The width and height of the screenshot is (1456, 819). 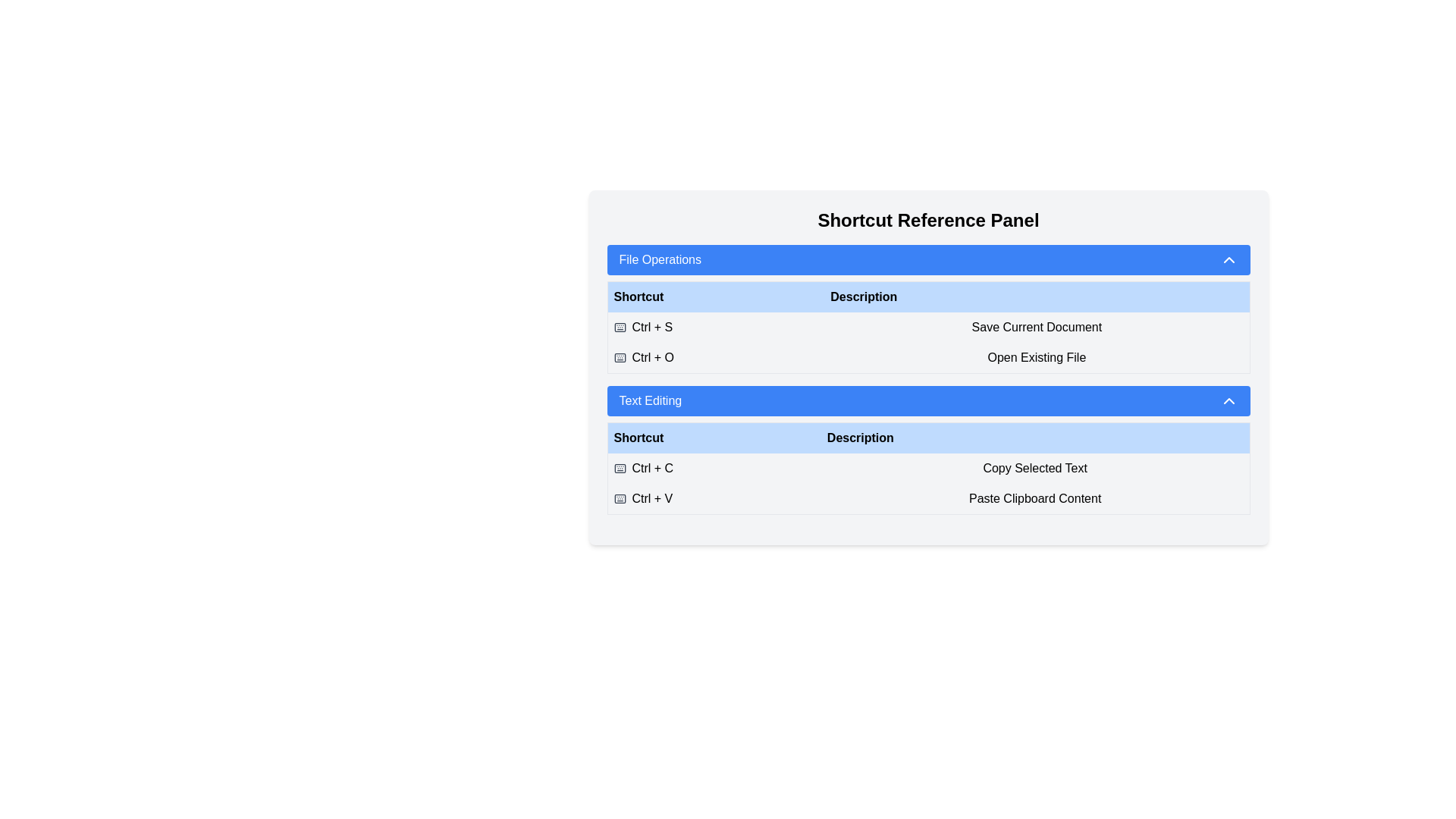 I want to click on the Text label that describes the 'Ctrl + O' keyboard shortcut for opening an existing file, located in the second row under the 'Description' column of the 'File Operations' section, so click(x=1036, y=358).